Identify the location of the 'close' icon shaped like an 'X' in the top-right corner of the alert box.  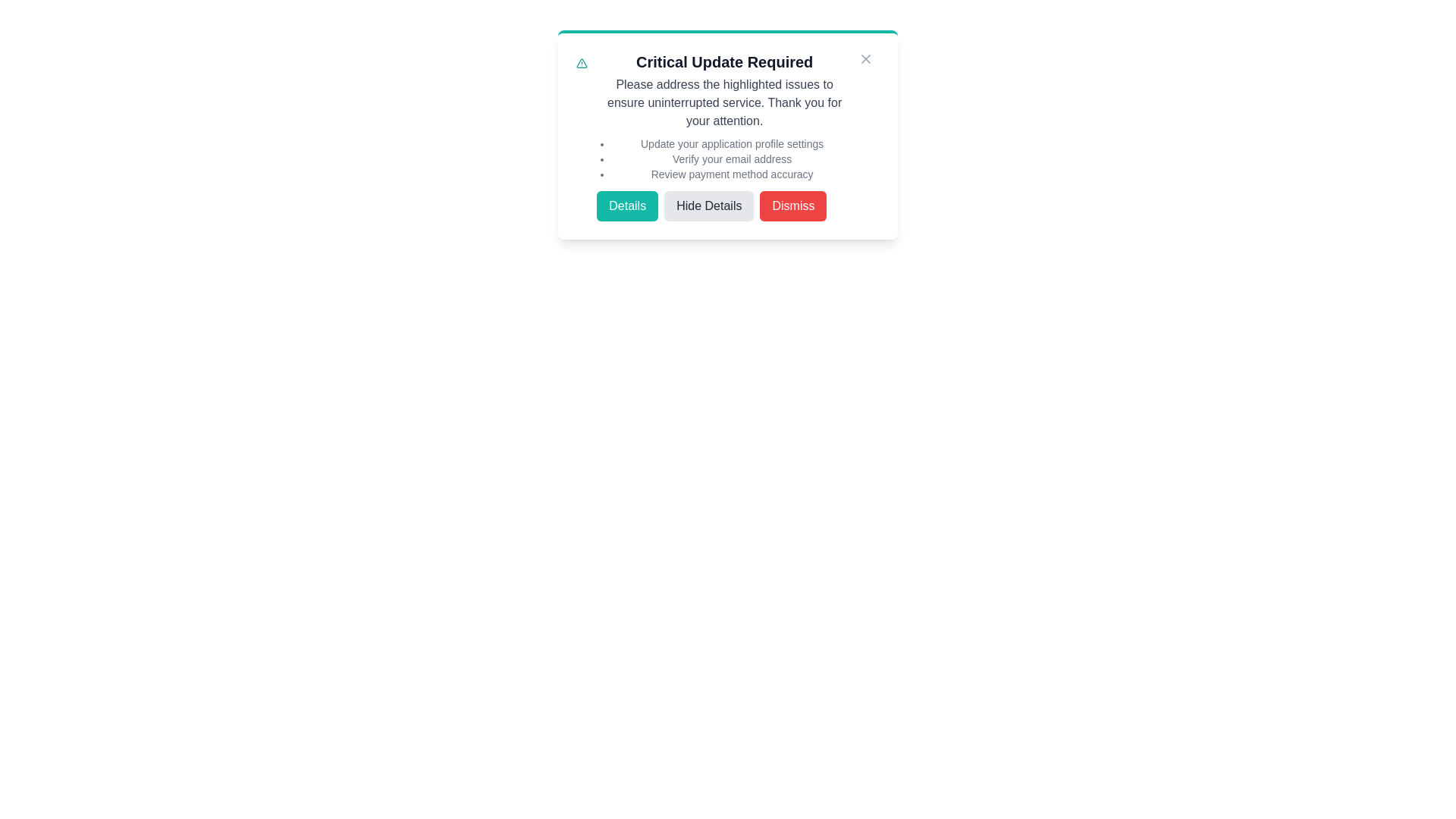
(866, 58).